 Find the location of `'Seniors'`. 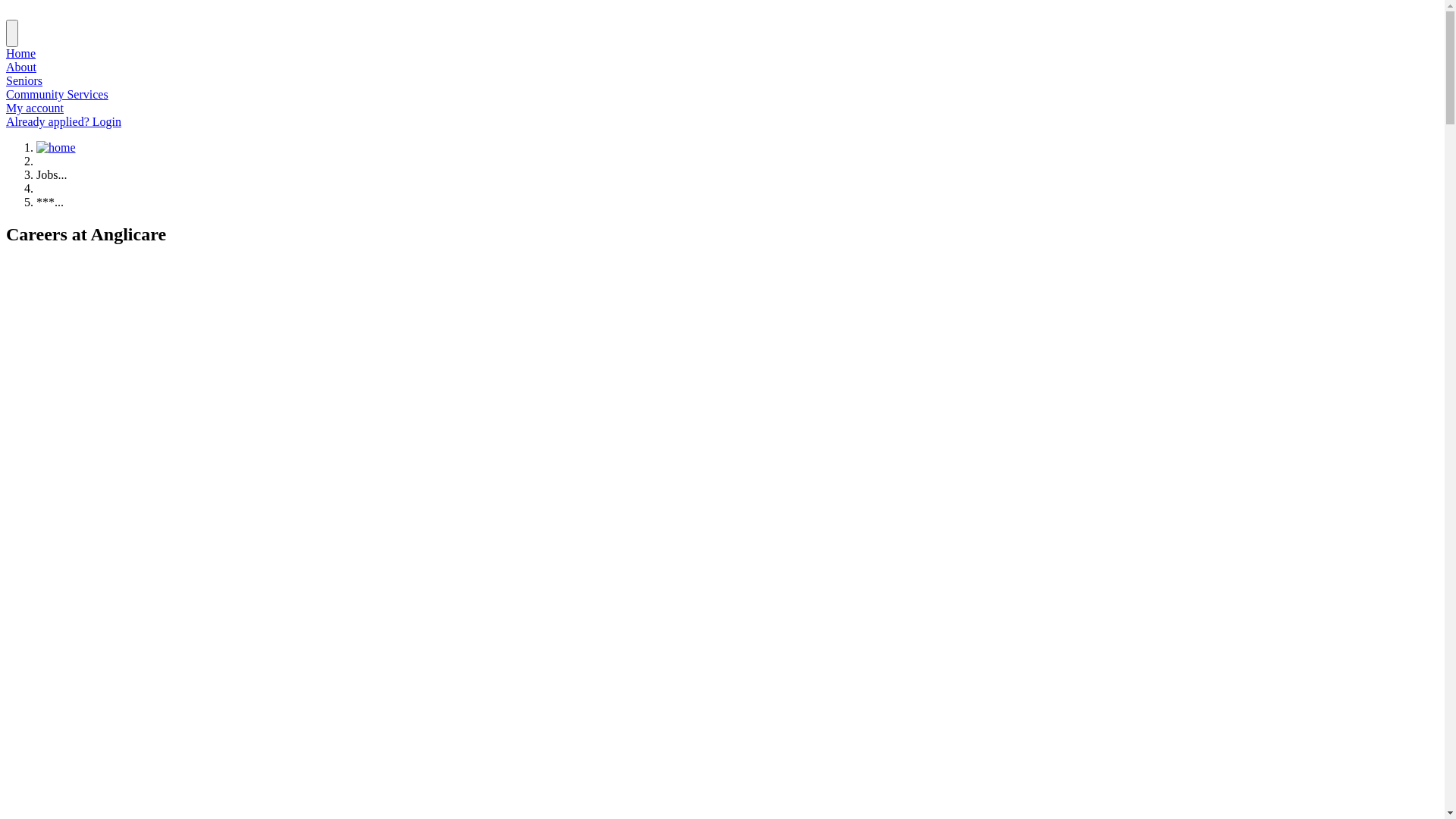

'Seniors' is located at coordinates (24, 80).